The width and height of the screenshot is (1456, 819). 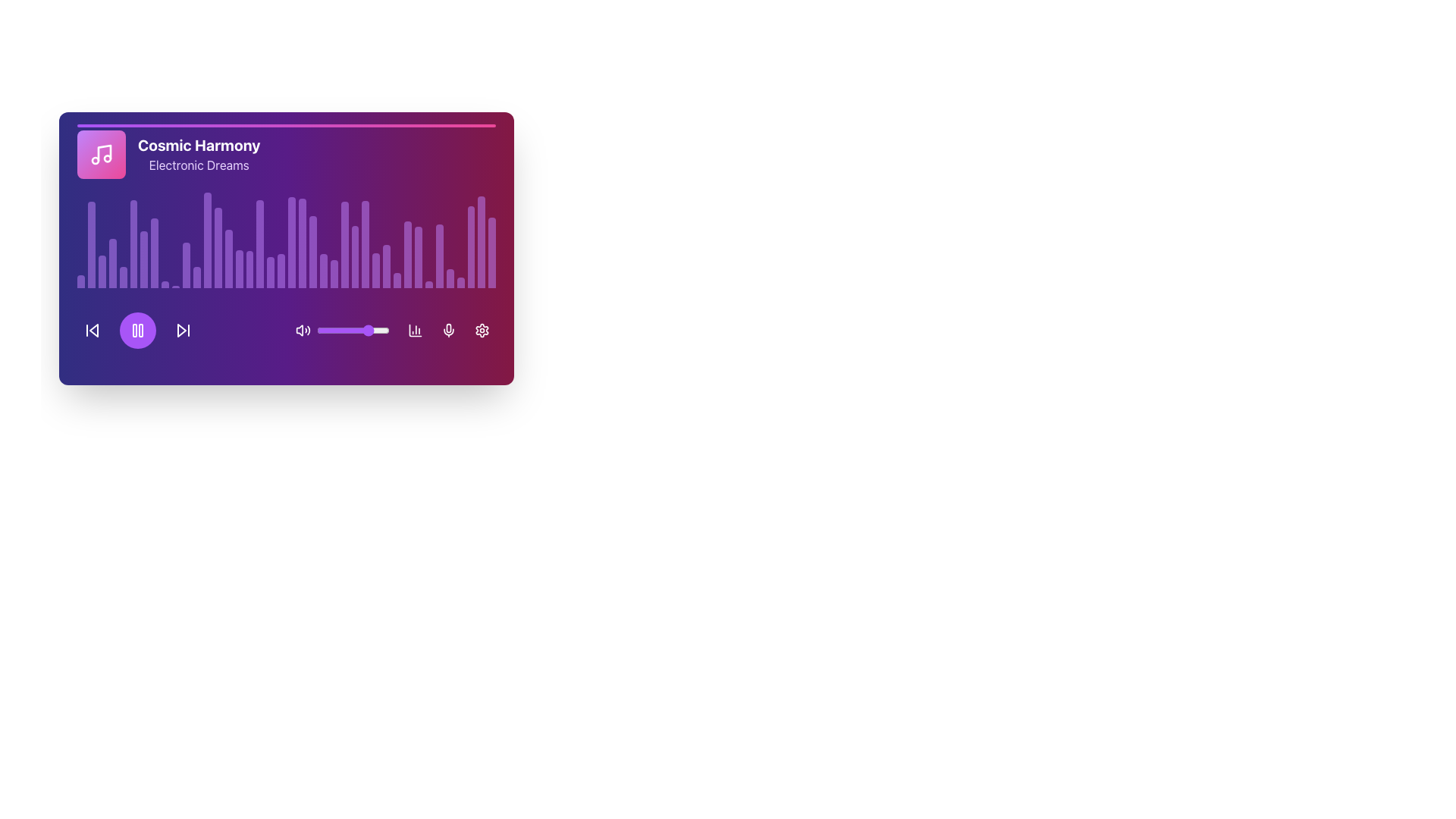 I want to click on the 26th vertical bar of the graphical equalizer, so click(x=344, y=243).